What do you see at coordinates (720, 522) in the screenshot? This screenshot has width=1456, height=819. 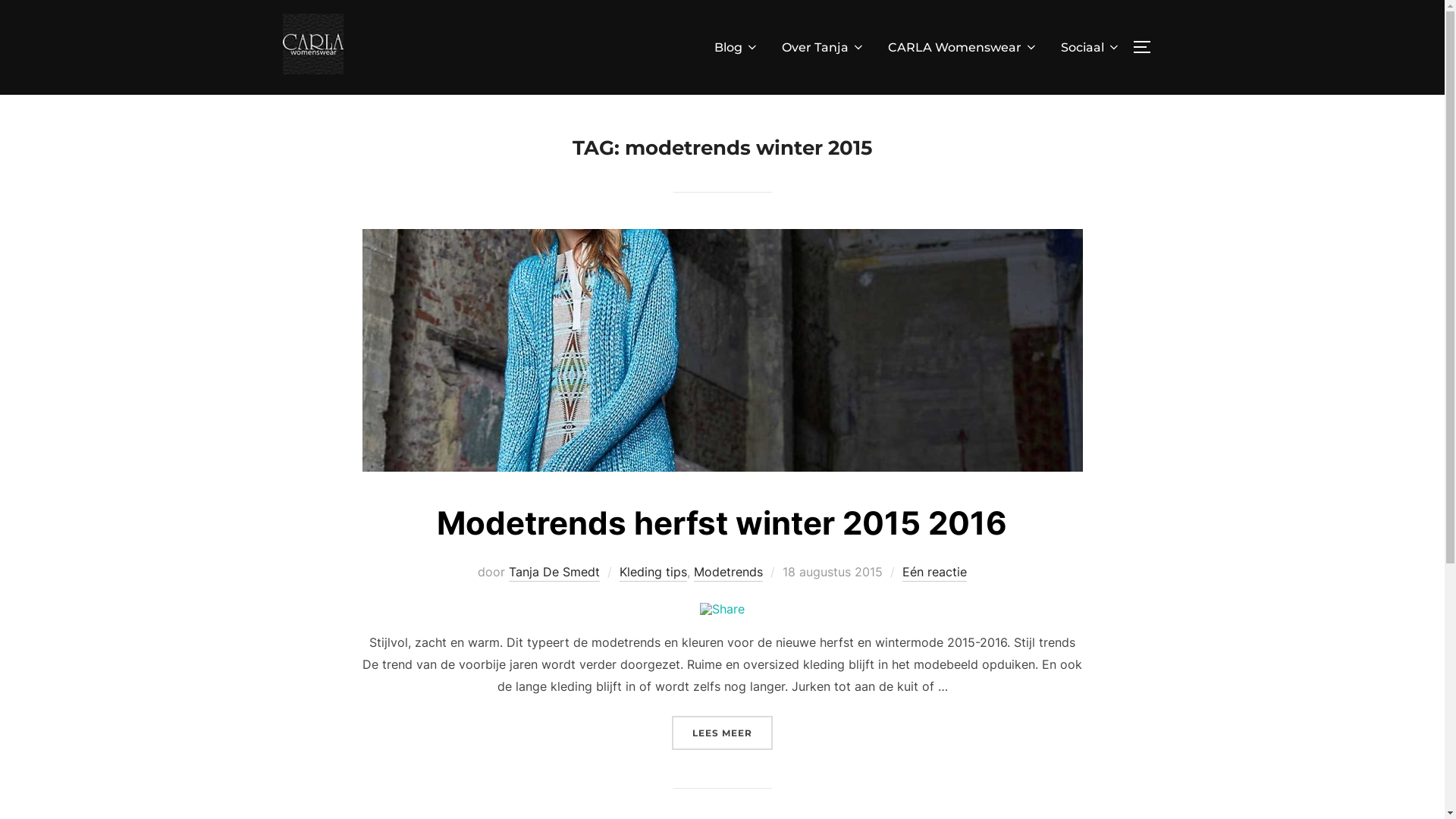 I see `'Modetrends herfst winter 2015 2016'` at bounding box center [720, 522].